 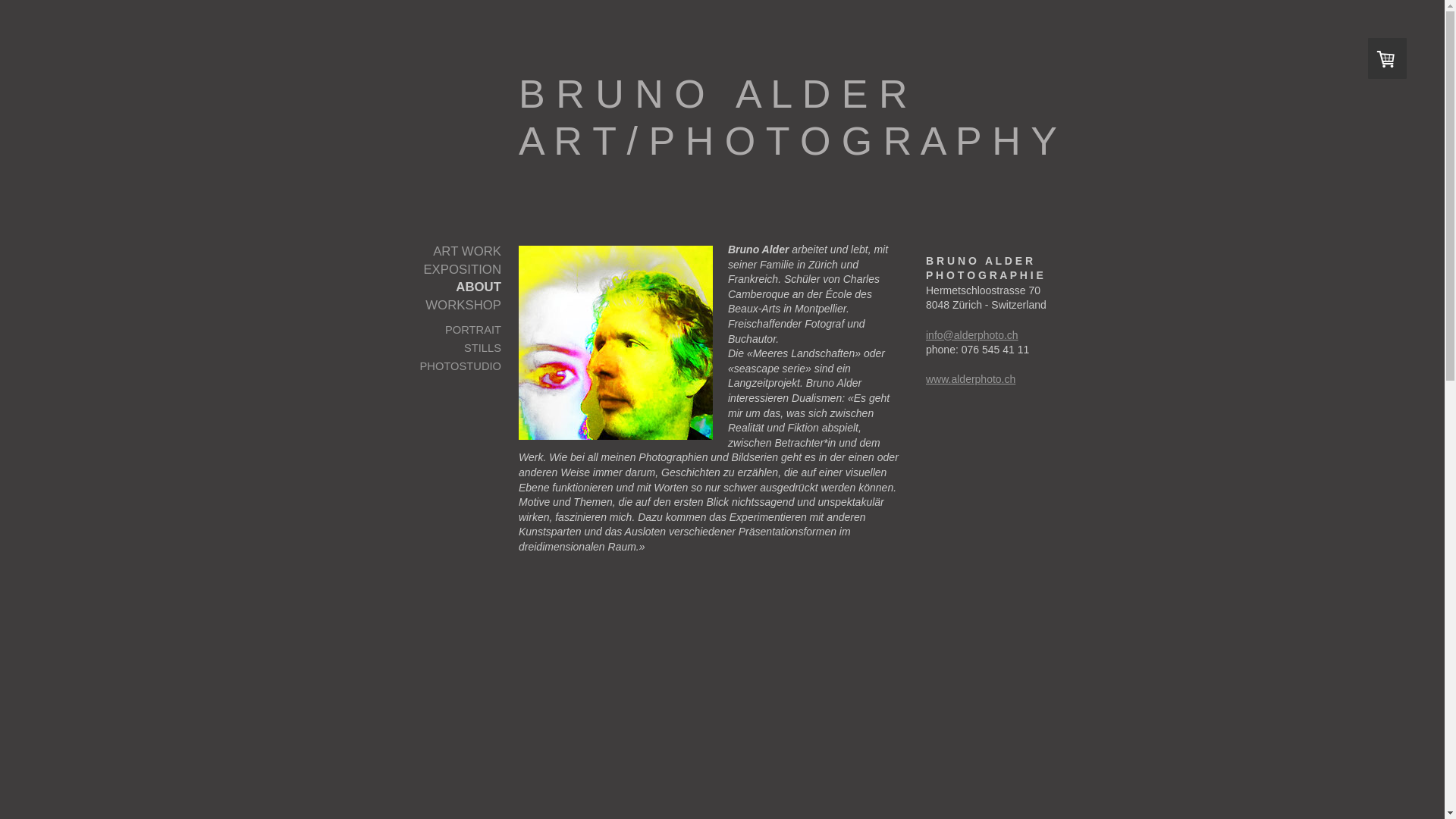 What do you see at coordinates (435, 250) in the screenshot?
I see `'ART WORK'` at bounding box center [435, 250].